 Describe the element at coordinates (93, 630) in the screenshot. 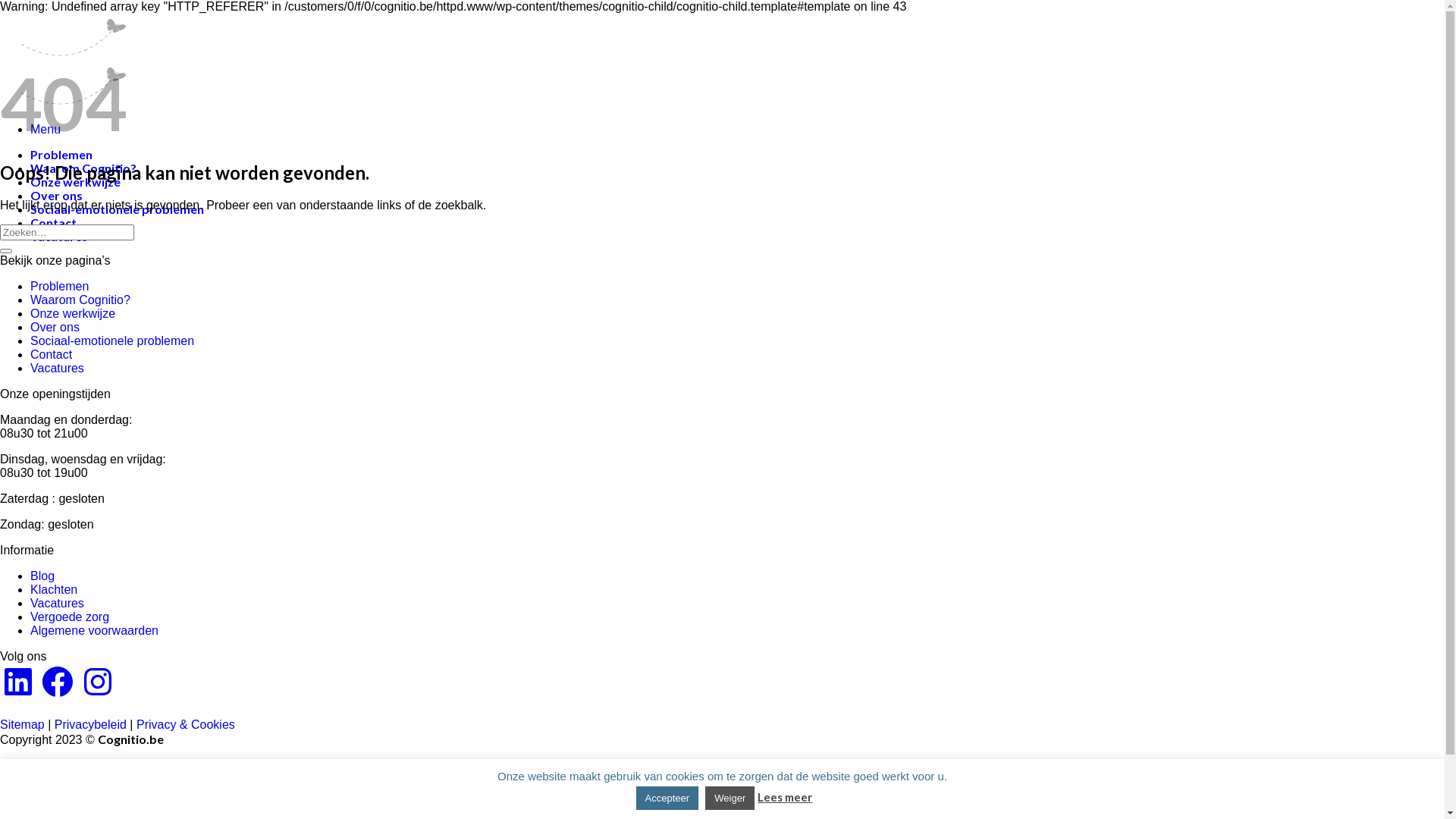

I see `'Algemene voorwaarden'` at that location.